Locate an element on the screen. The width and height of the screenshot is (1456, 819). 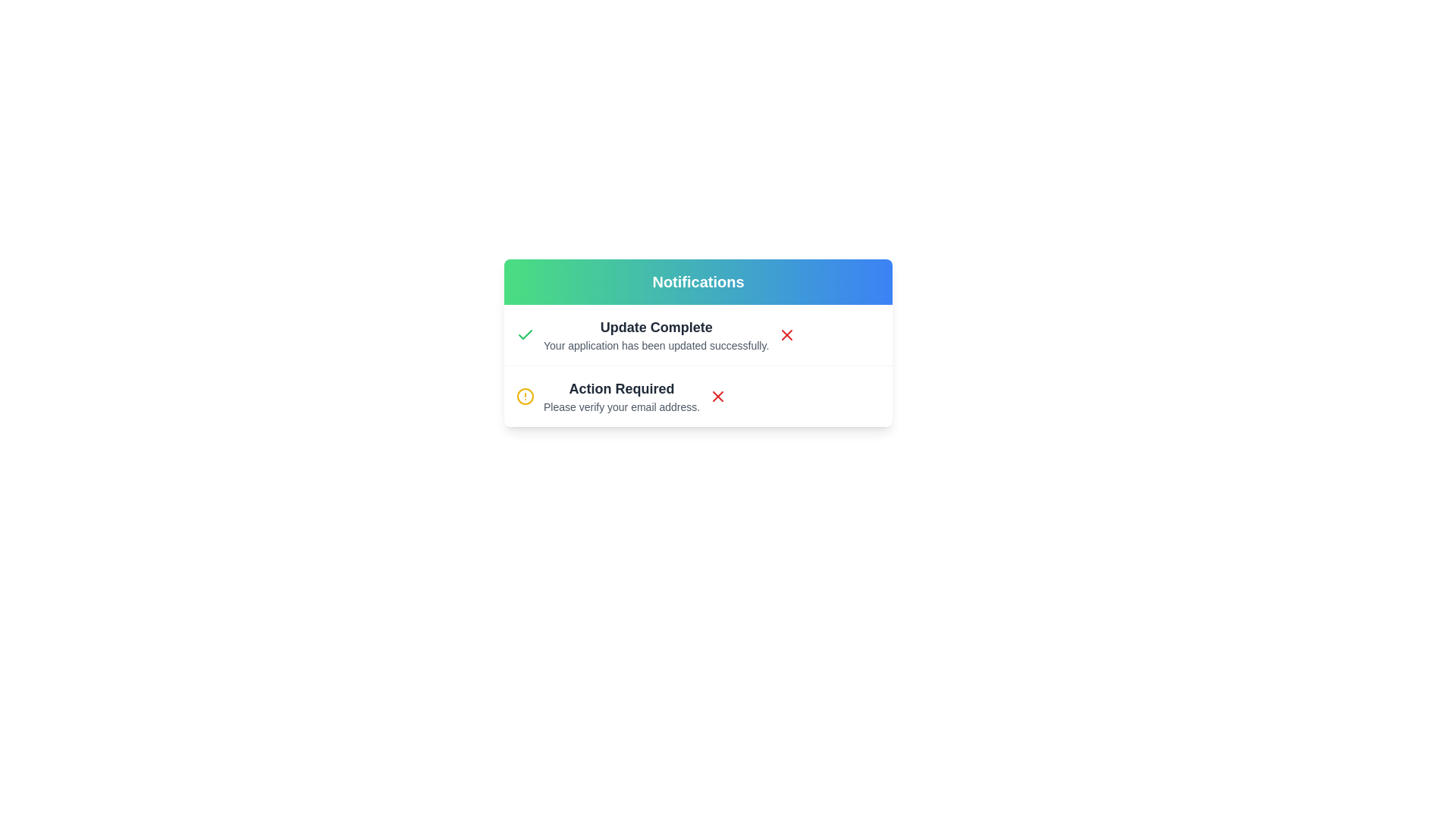
the circular icon with a yellow outline that resembles an alert or notification symbol, located to the left of the text 'Action Required' in the notification panel is located at coordinates (525, 396).